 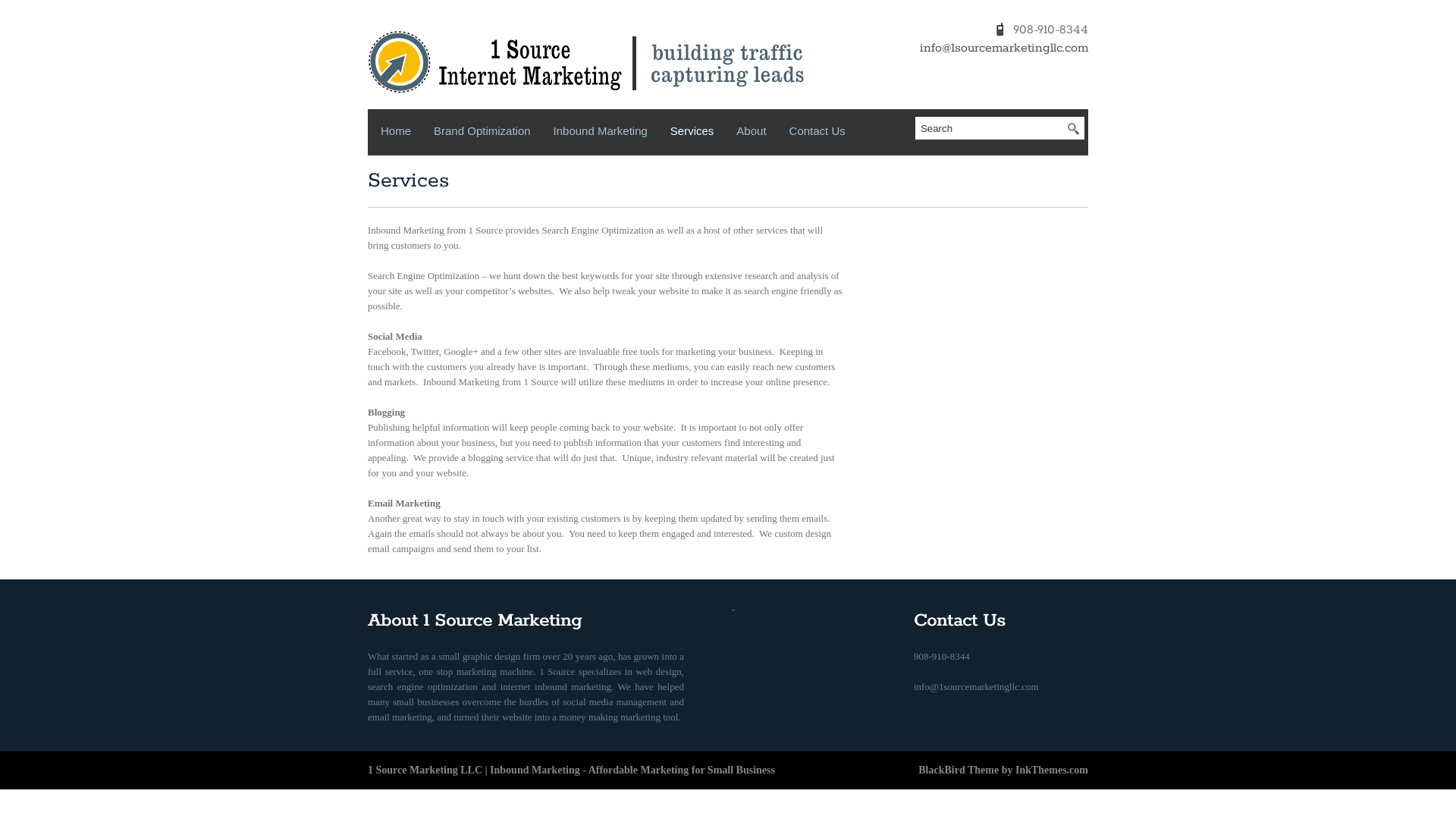 What do you see at coordinates (600, 133) in the screenshot?
I see `'Inbound Marketing'` at bounding box center [600, 133].